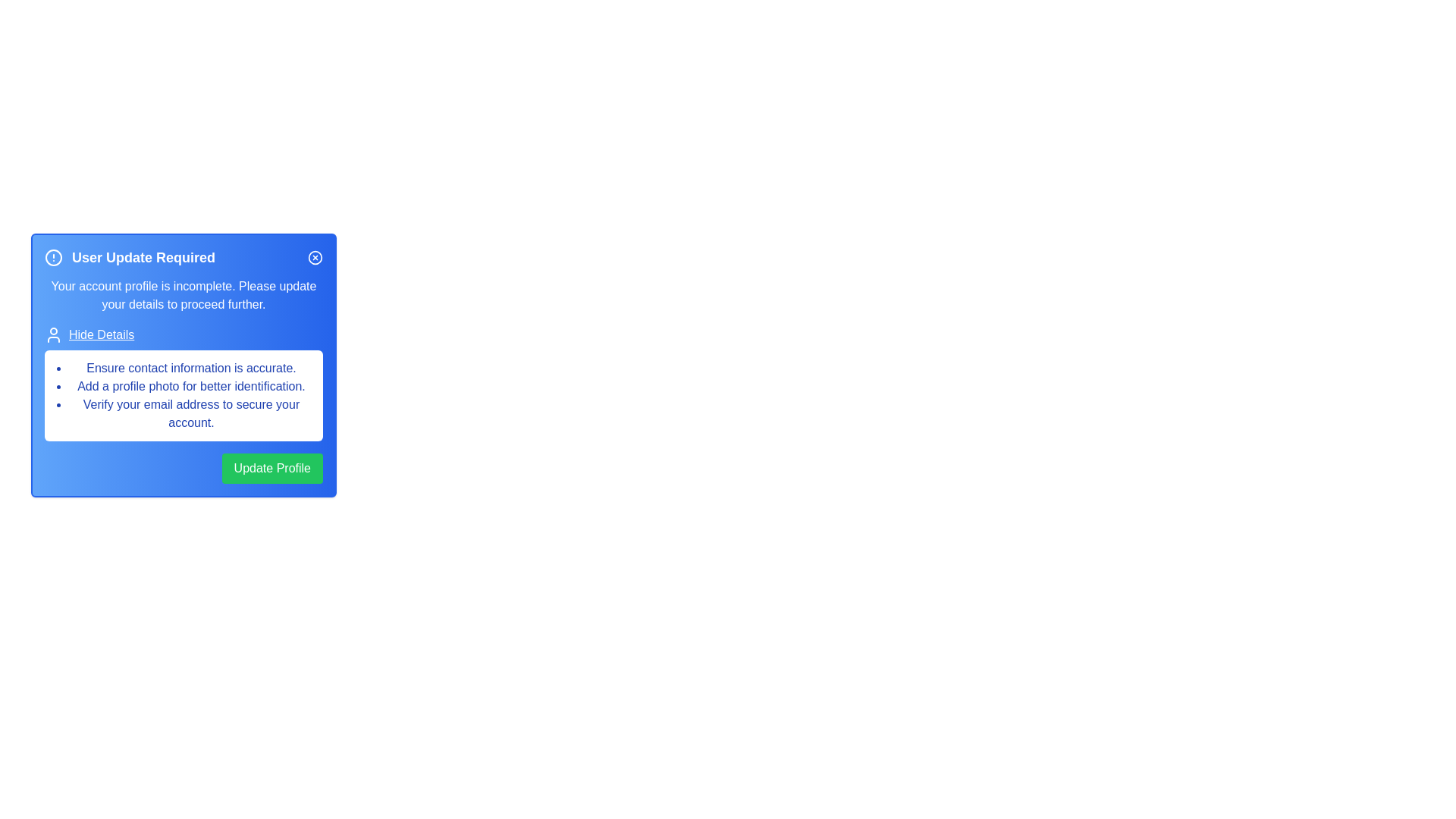  I want to click on the close button to close the alert, so click(315, 256).